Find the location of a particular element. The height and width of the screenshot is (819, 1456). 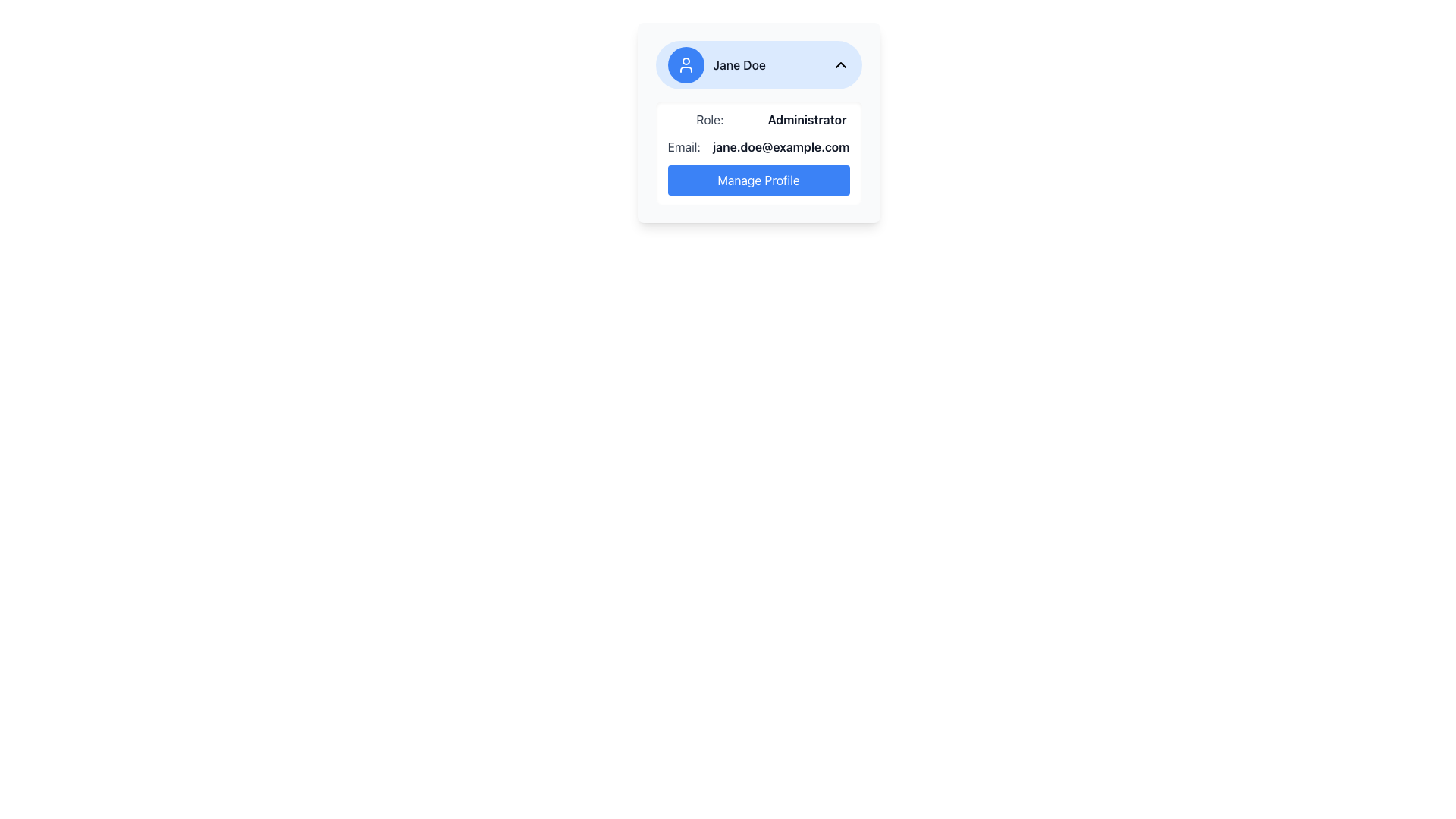

the Text label displaying the user's name located in the header section of the user profile card, which is to the right of the circular user icon is located at coordinates (739, 64).